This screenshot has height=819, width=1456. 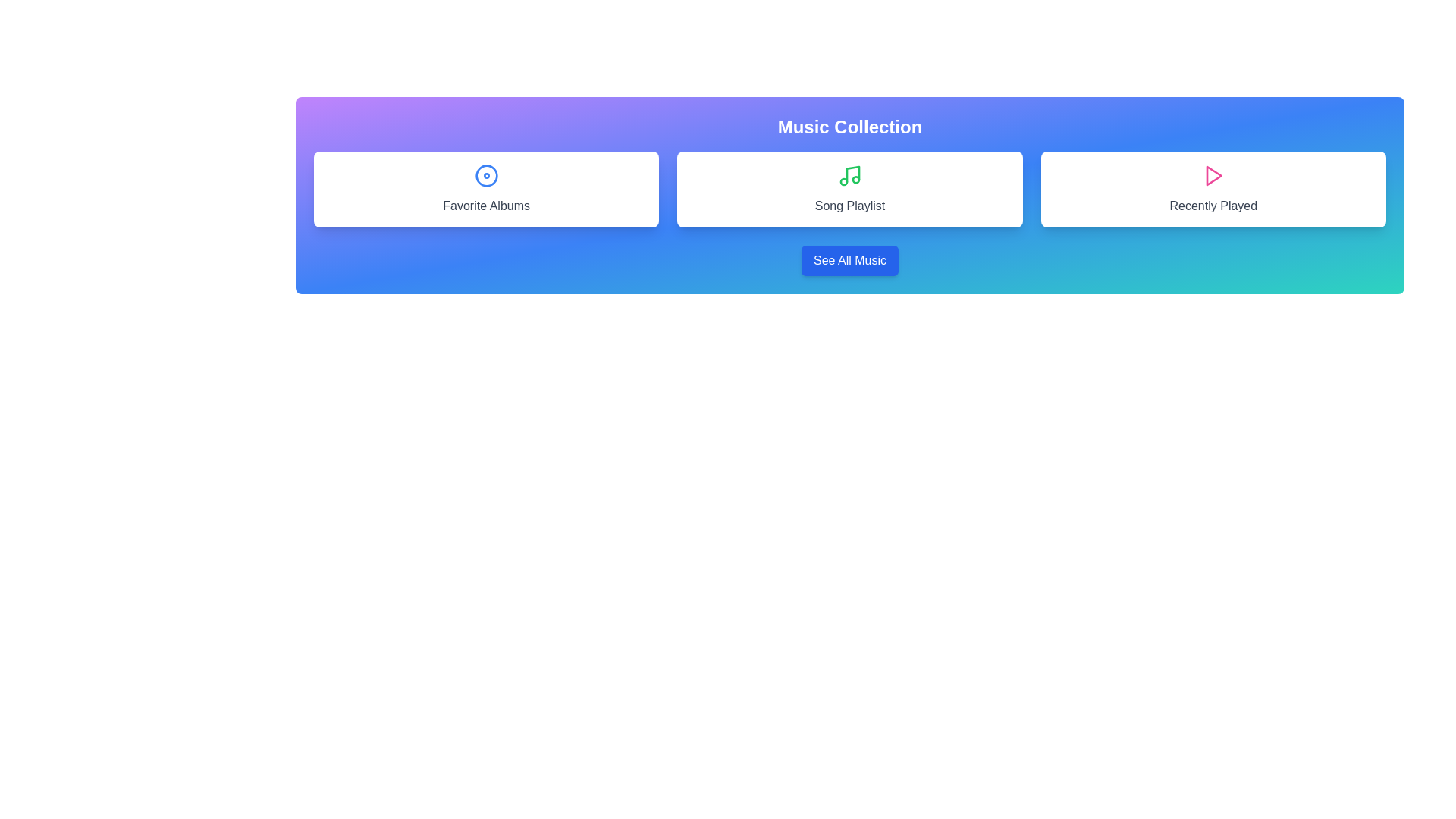 What do you see at coordinates (1213, 174) in the screenshot?
I see `the play icon button located at the top-center of the 'Recently Played' card in the 'Music Collection' section` at bounding box center [1213, 174].